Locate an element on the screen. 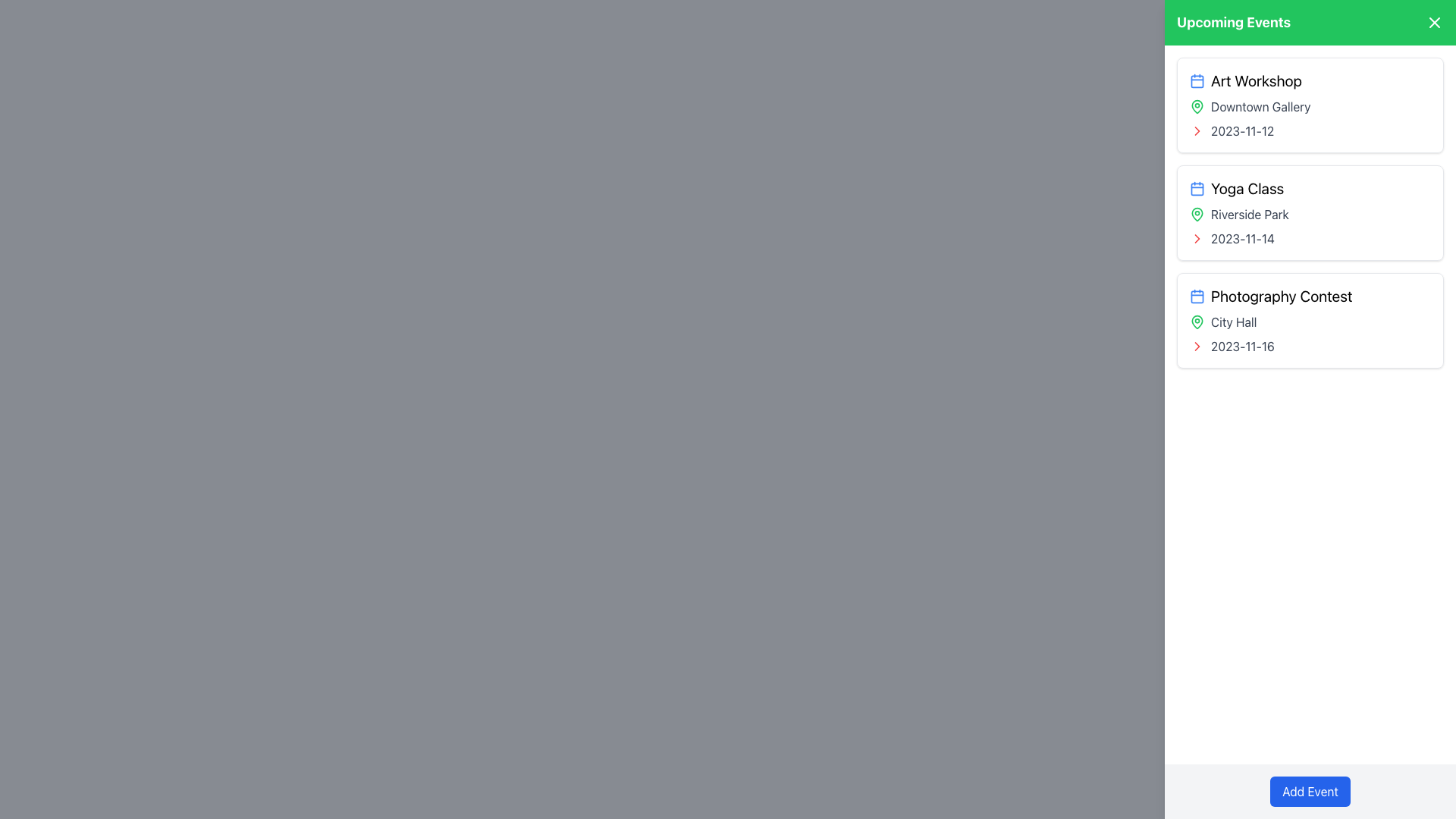 The image size is (1456, 819). the decorative rectangle with rounded corners inside the blue calendar icon next to the 'Art Workshop' event title in the Upcoming Events list is located at coordinates (1197, 81).